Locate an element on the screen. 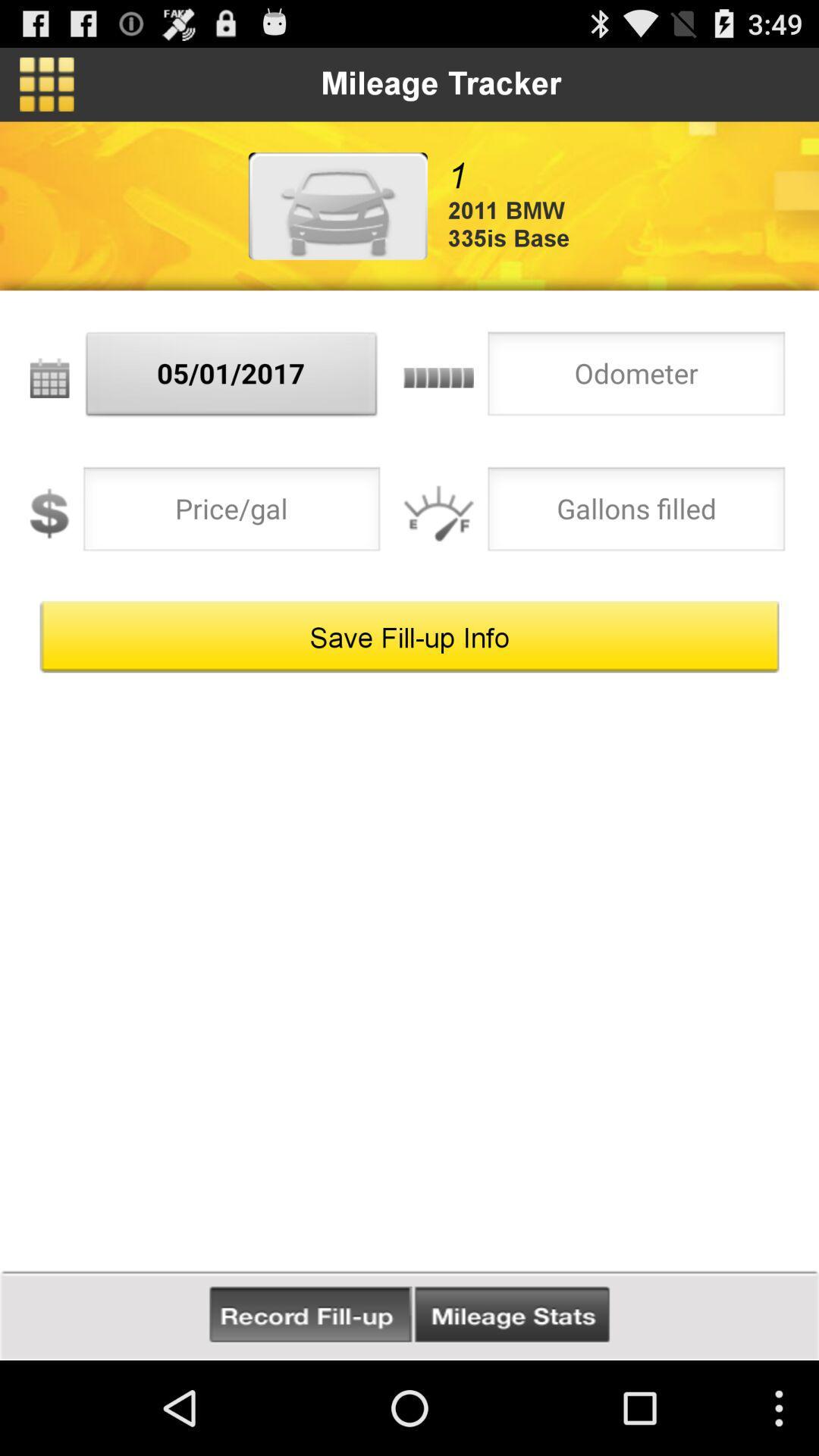  check mileage stats is located at coordinates (512, 1314).